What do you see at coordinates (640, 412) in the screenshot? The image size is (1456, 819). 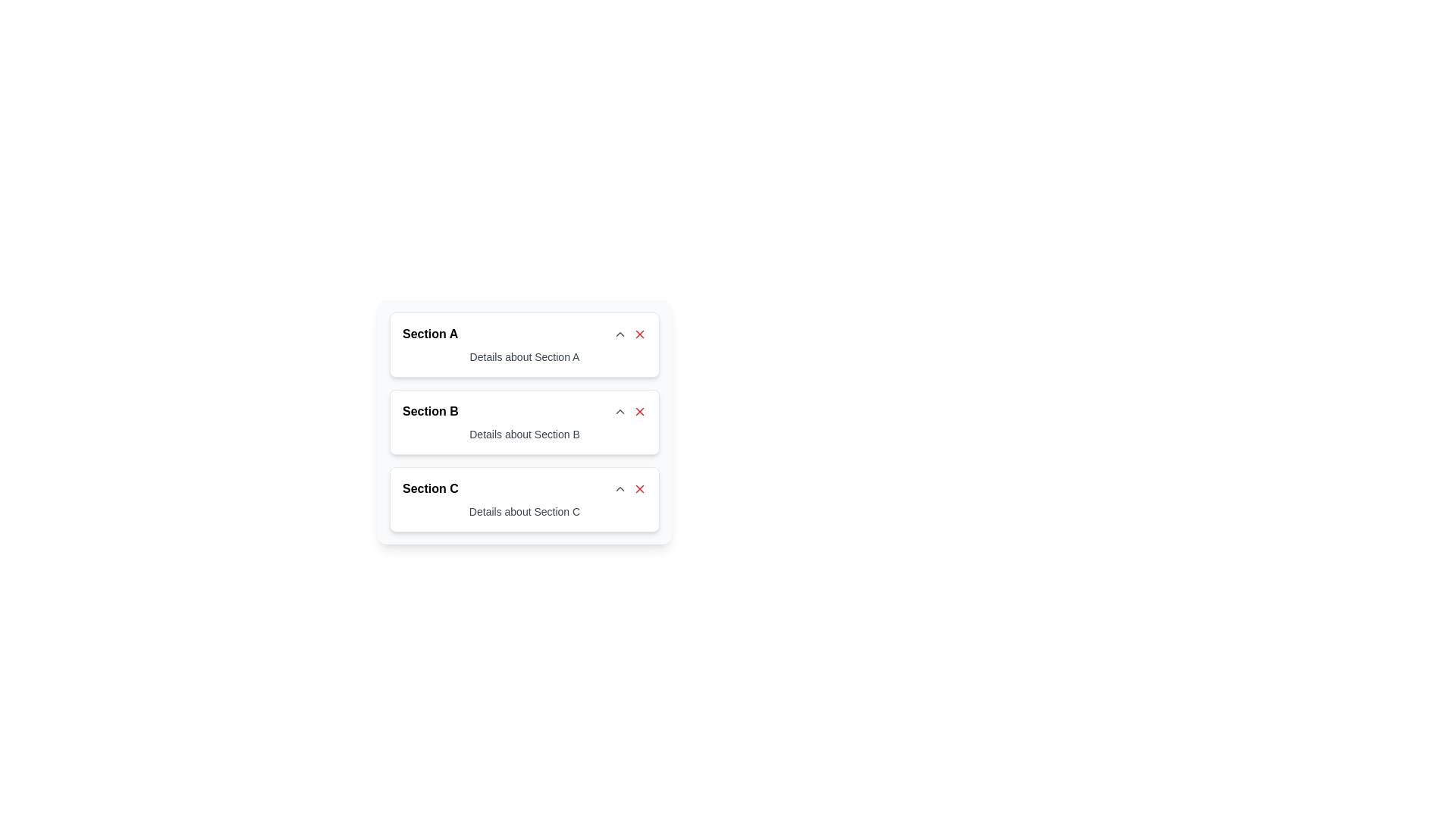 I see `the button located in the top-right corner of the 'Section B' box` at bounding box center [640, 412].